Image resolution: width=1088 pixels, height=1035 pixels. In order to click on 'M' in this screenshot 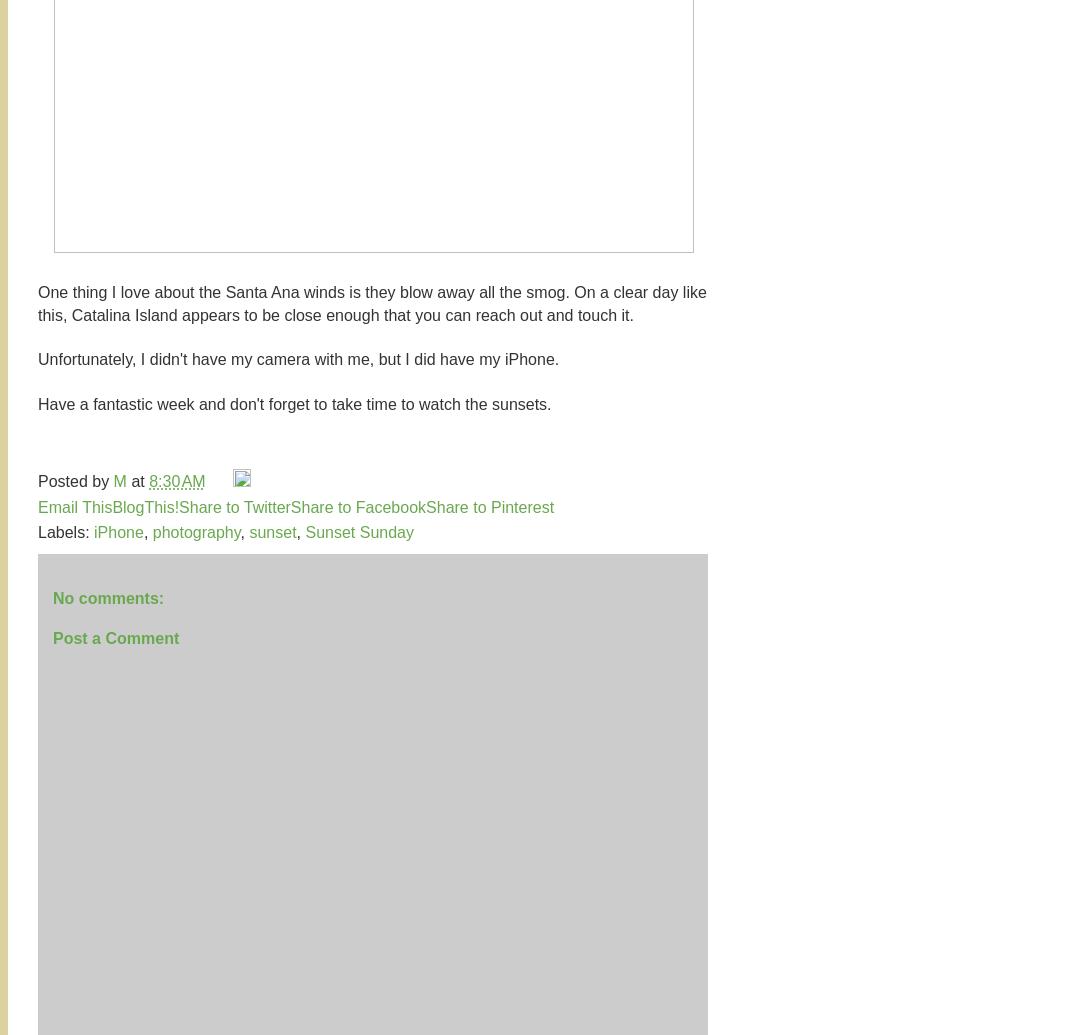, I will do `click(121, 481)`.